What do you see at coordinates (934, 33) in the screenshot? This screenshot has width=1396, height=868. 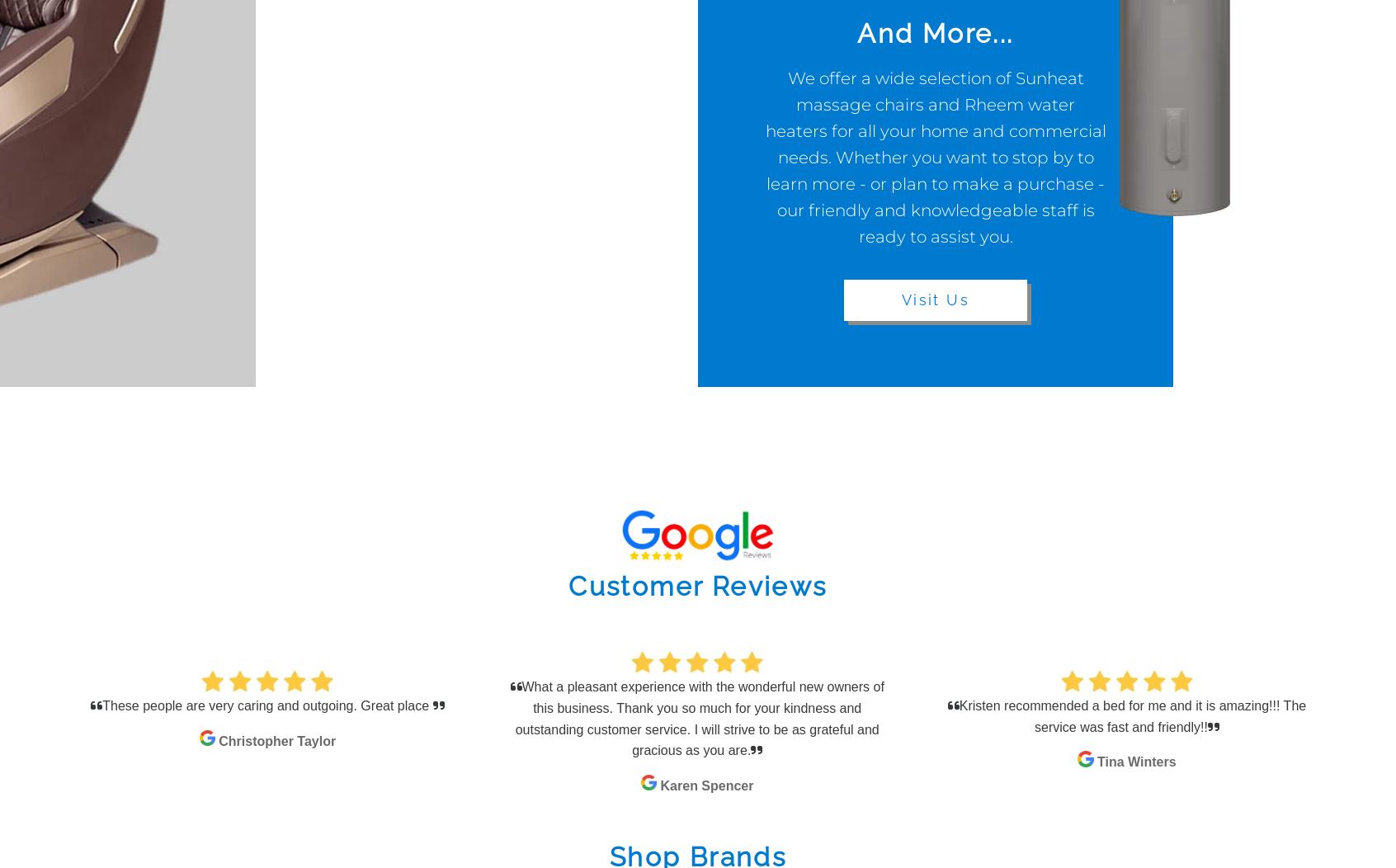 I see `'And More...'` at bounding box center [934, 33].